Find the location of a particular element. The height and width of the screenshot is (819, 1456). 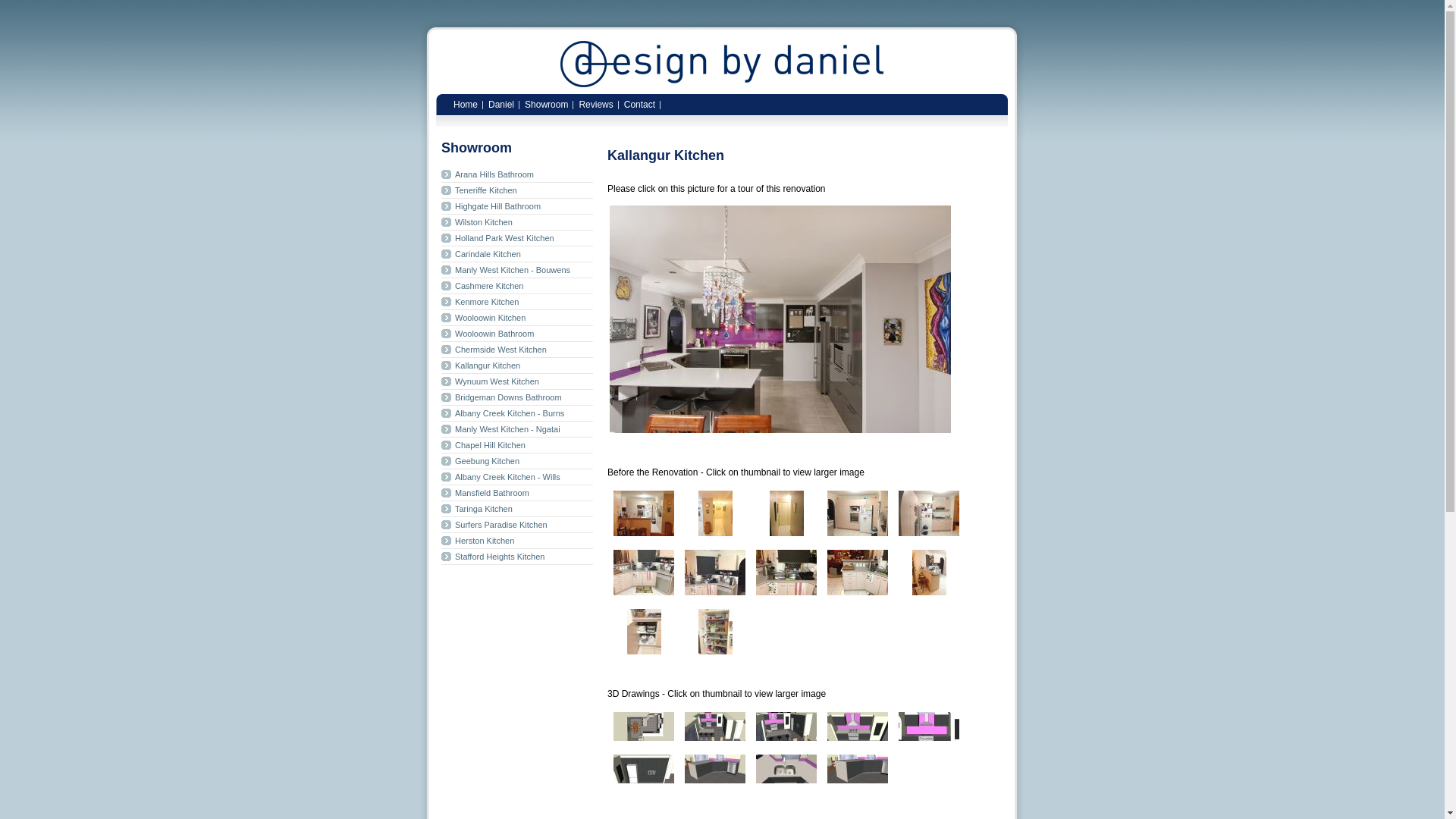

'Surfers Paradise Kitchen' is located at coordinates (516, 524).